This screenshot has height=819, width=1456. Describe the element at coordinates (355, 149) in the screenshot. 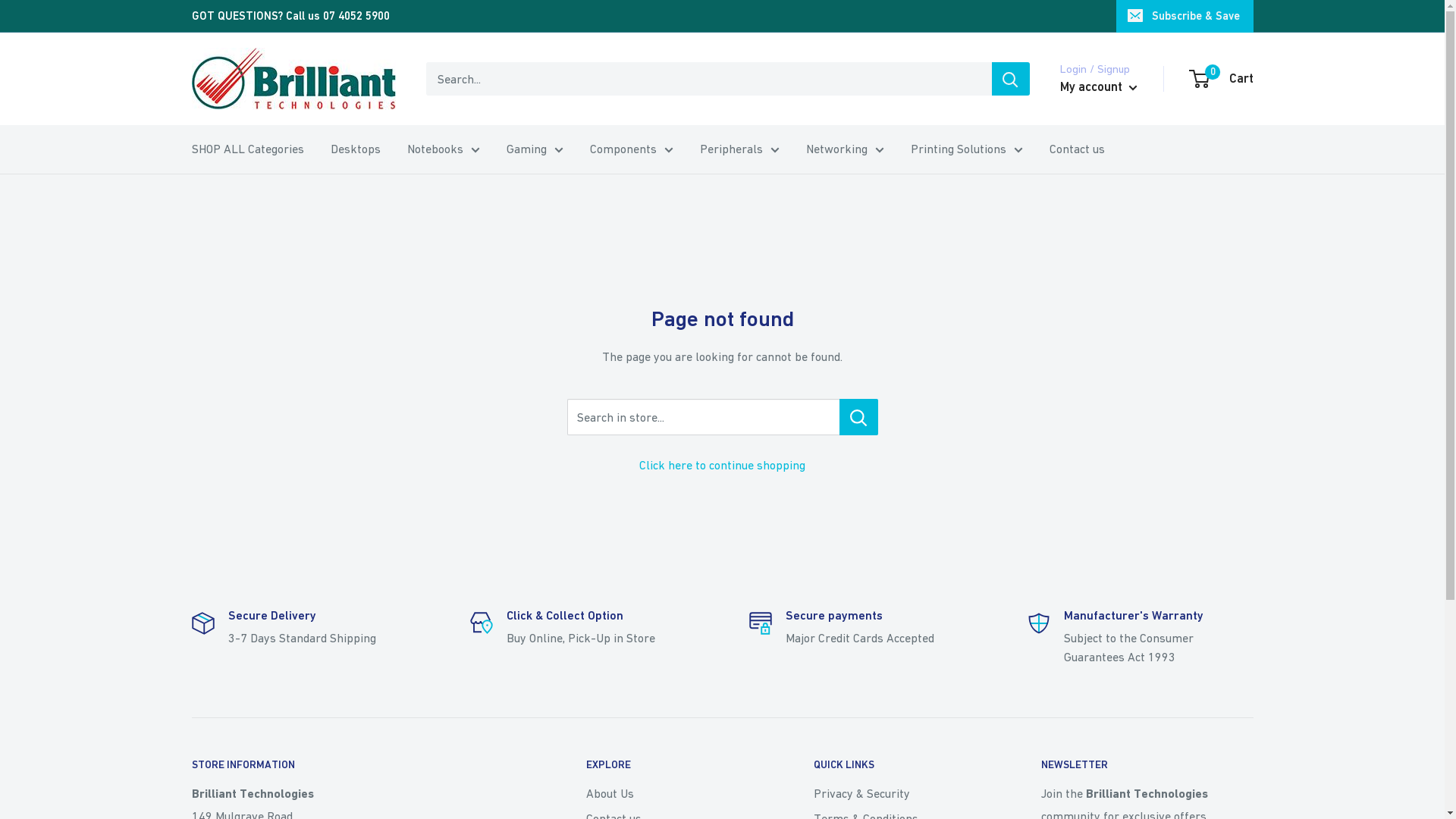

I see `'Desktops'` at that location.